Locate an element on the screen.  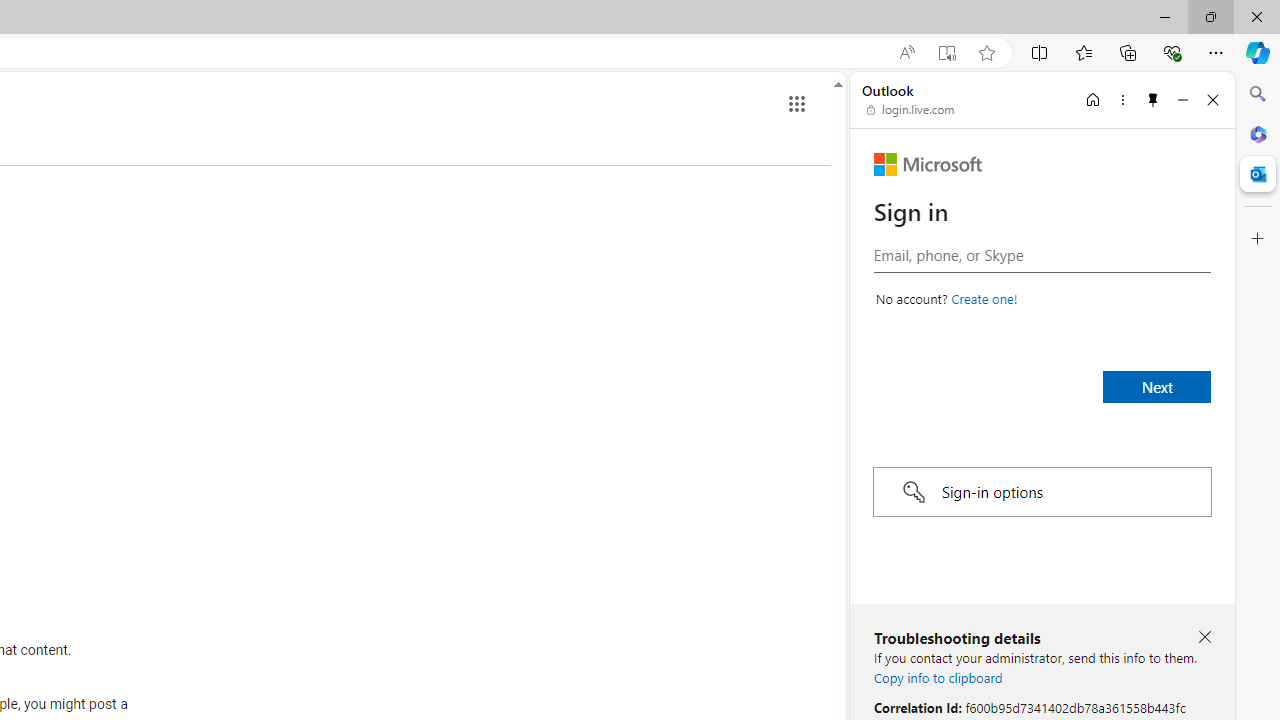
'Microsoft' is located at coordinates (927, 163).